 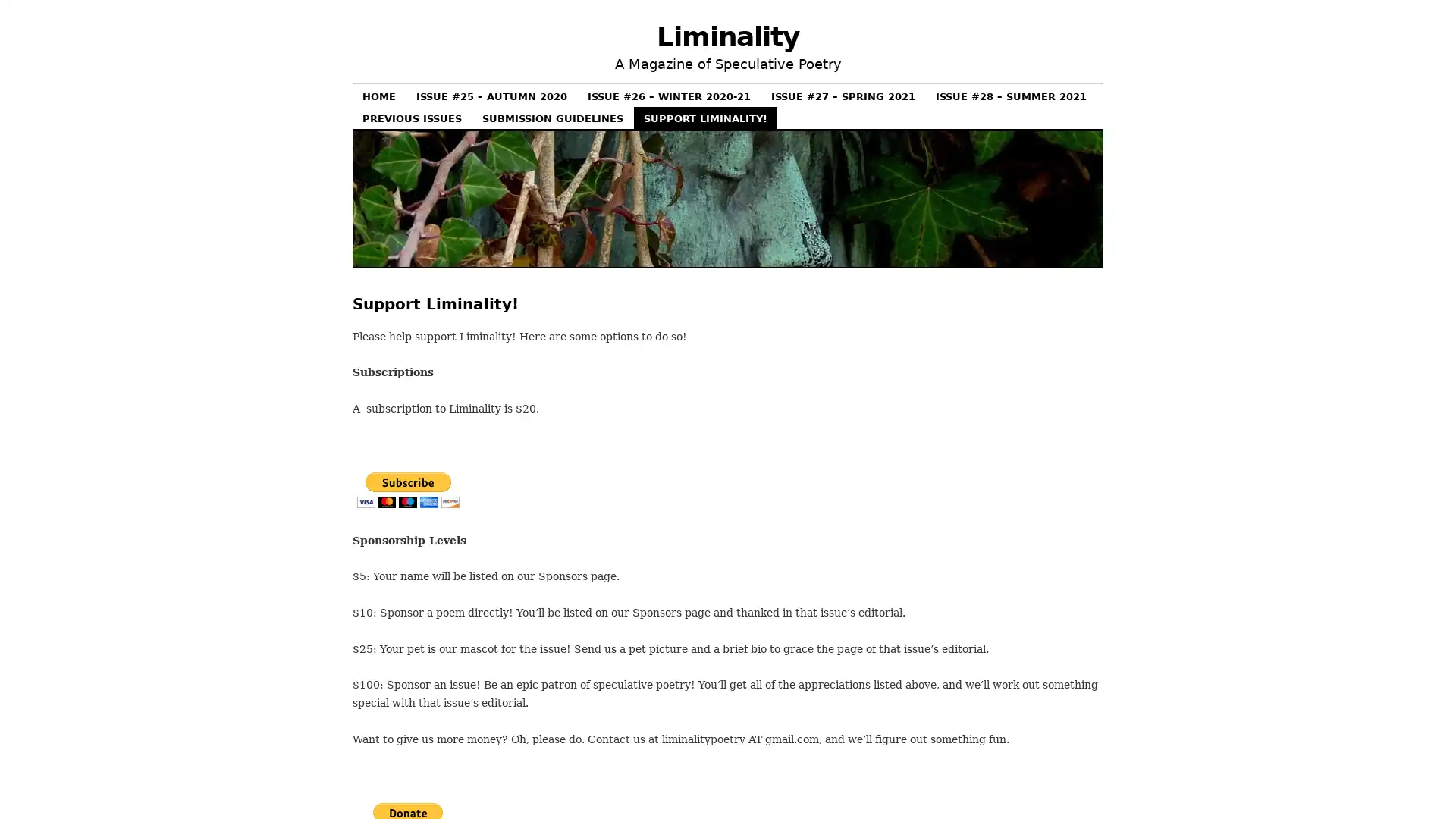 What do you see at coordinates (408, 490) in the screenshot?
I see `PayPal - The safer, easier way to pay online!` at bounding box center [408, 490].